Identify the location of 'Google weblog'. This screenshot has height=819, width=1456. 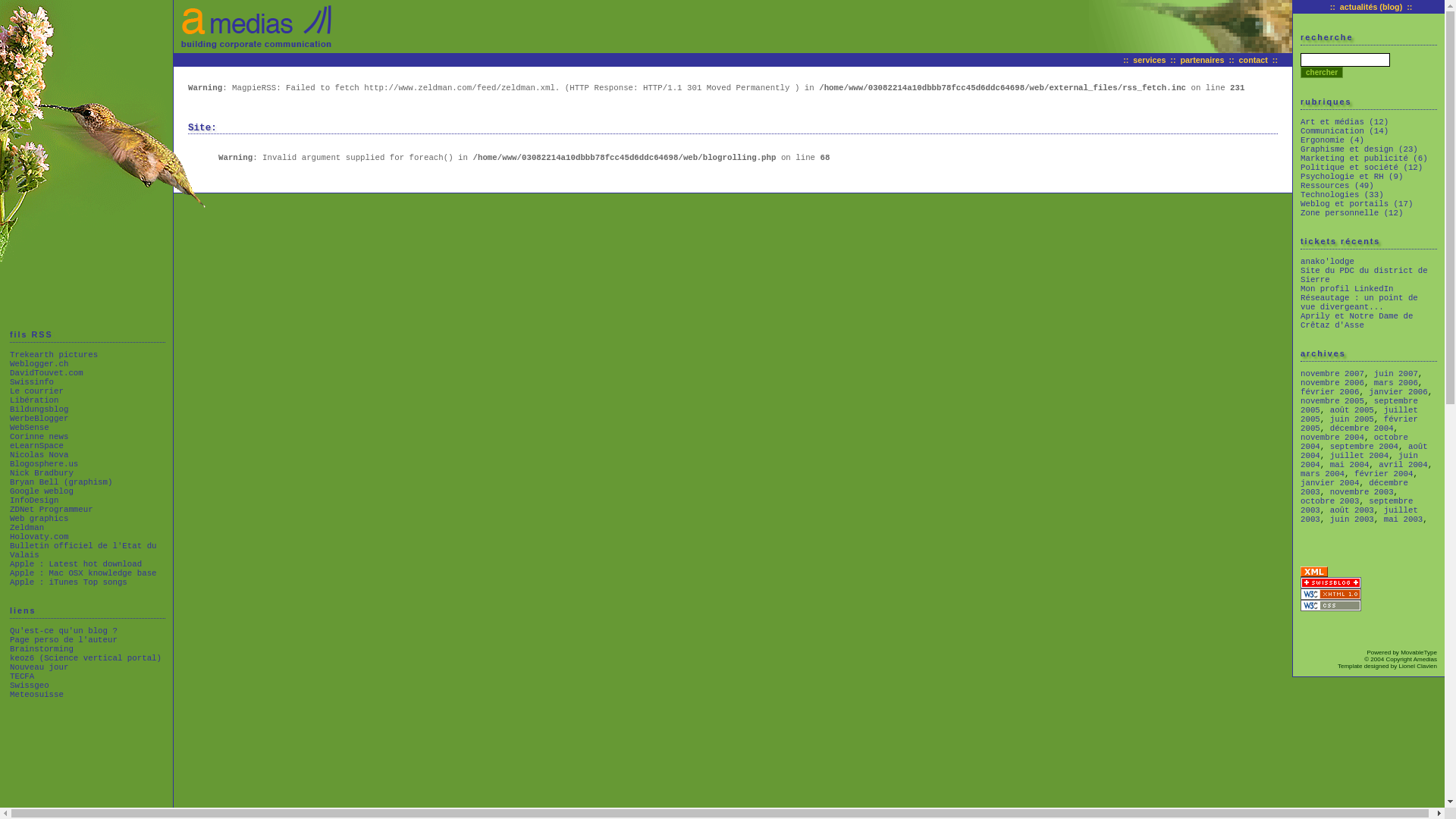
(41, 491).